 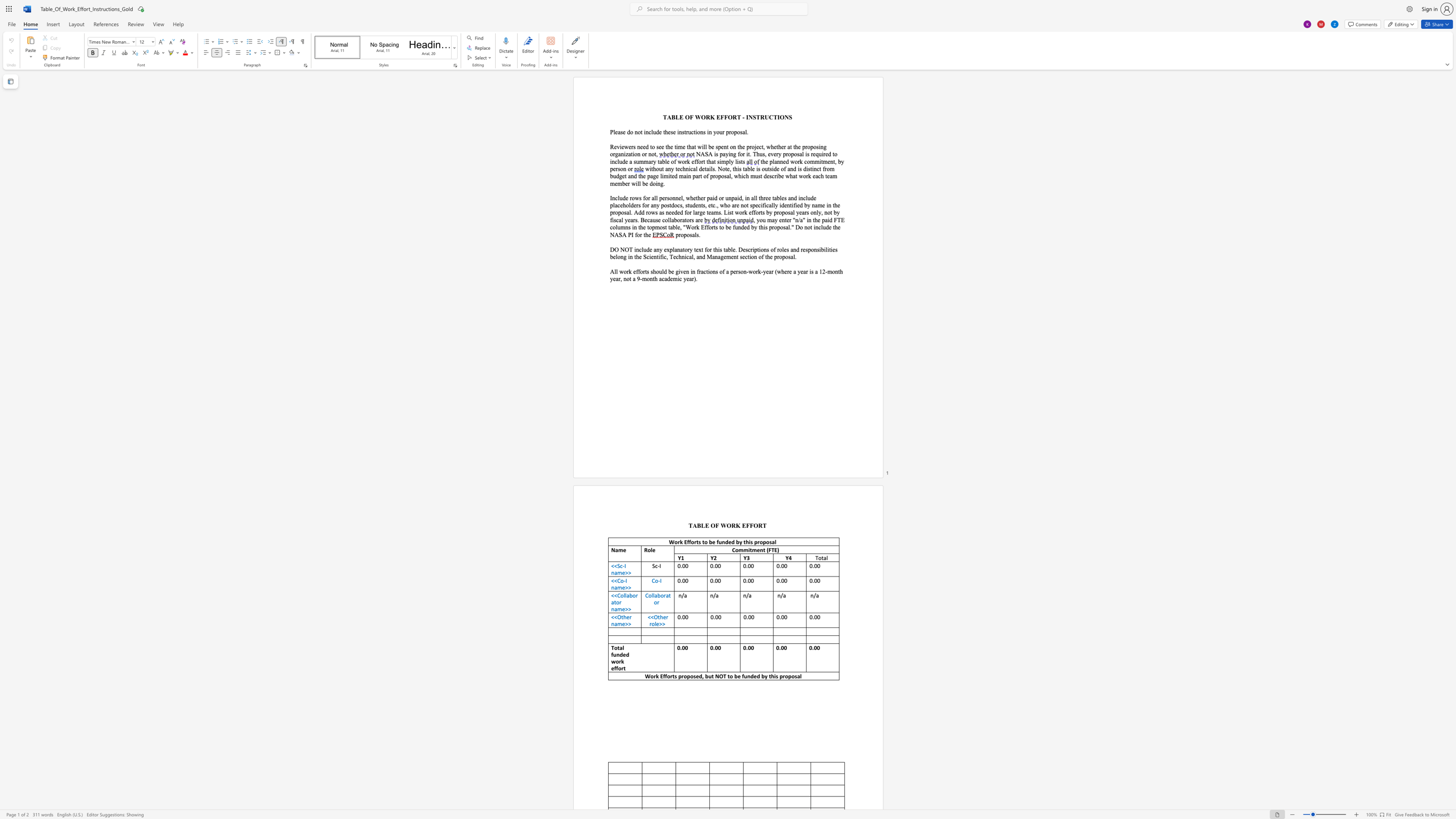 What do you see at coordinates (766, 117) in the screenshot?
I see `the 1th character "U" in the text` at bounding box center [766, 117].